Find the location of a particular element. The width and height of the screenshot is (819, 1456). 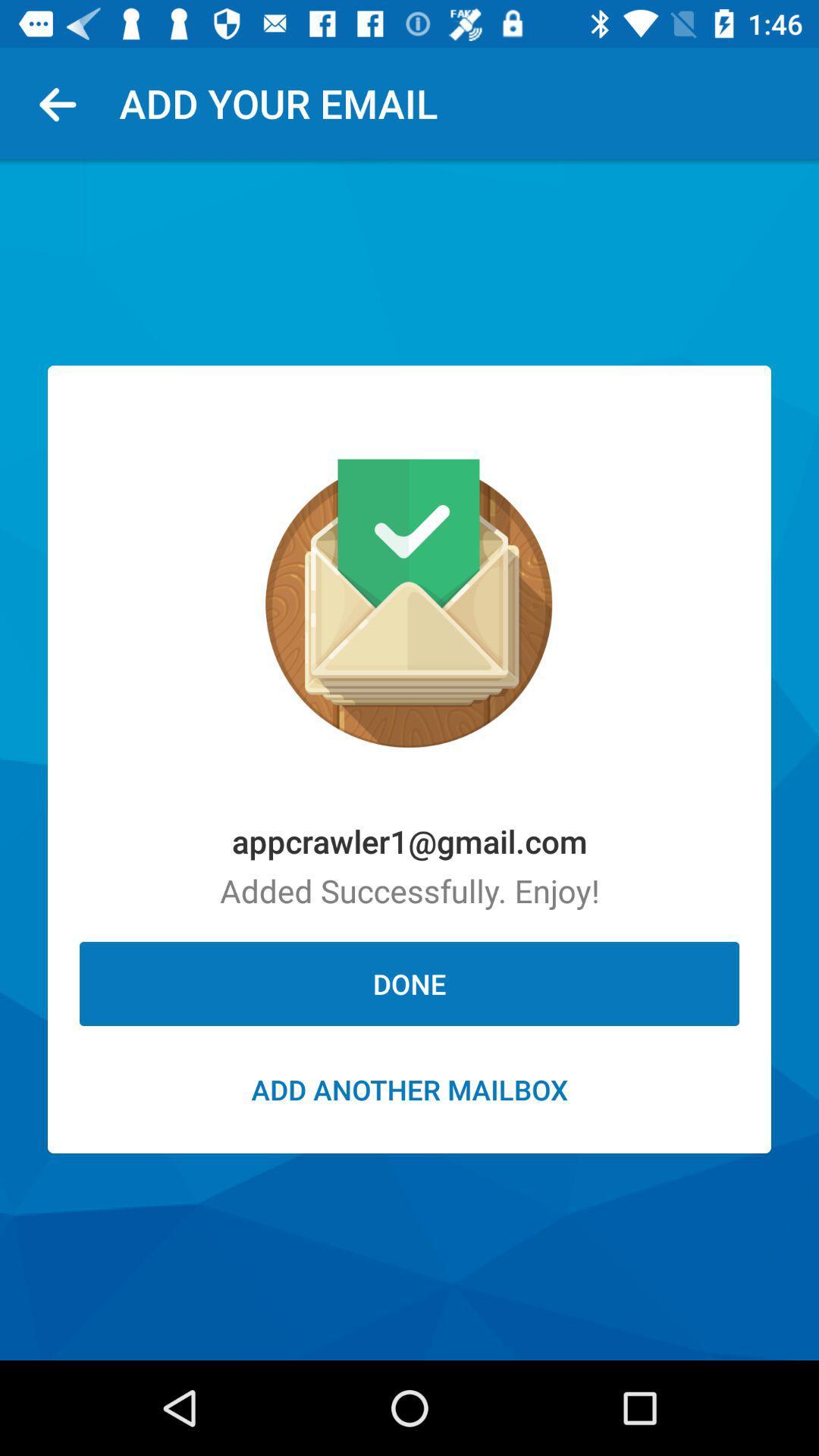

icon below added successfully. enjoy! icon is located at coordinates (409, 984).